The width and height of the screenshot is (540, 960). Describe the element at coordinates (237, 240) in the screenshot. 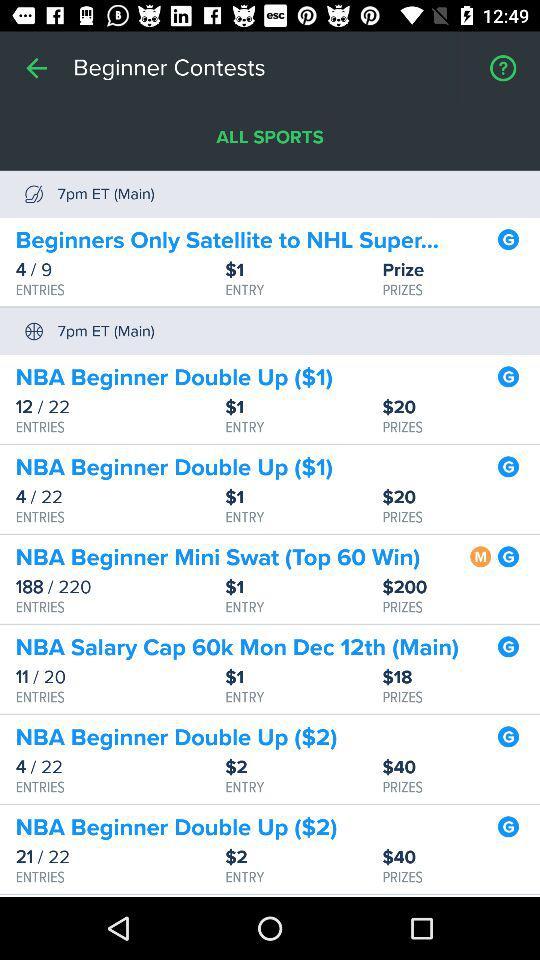

I see `icon above 4 / 9 item` at that location.